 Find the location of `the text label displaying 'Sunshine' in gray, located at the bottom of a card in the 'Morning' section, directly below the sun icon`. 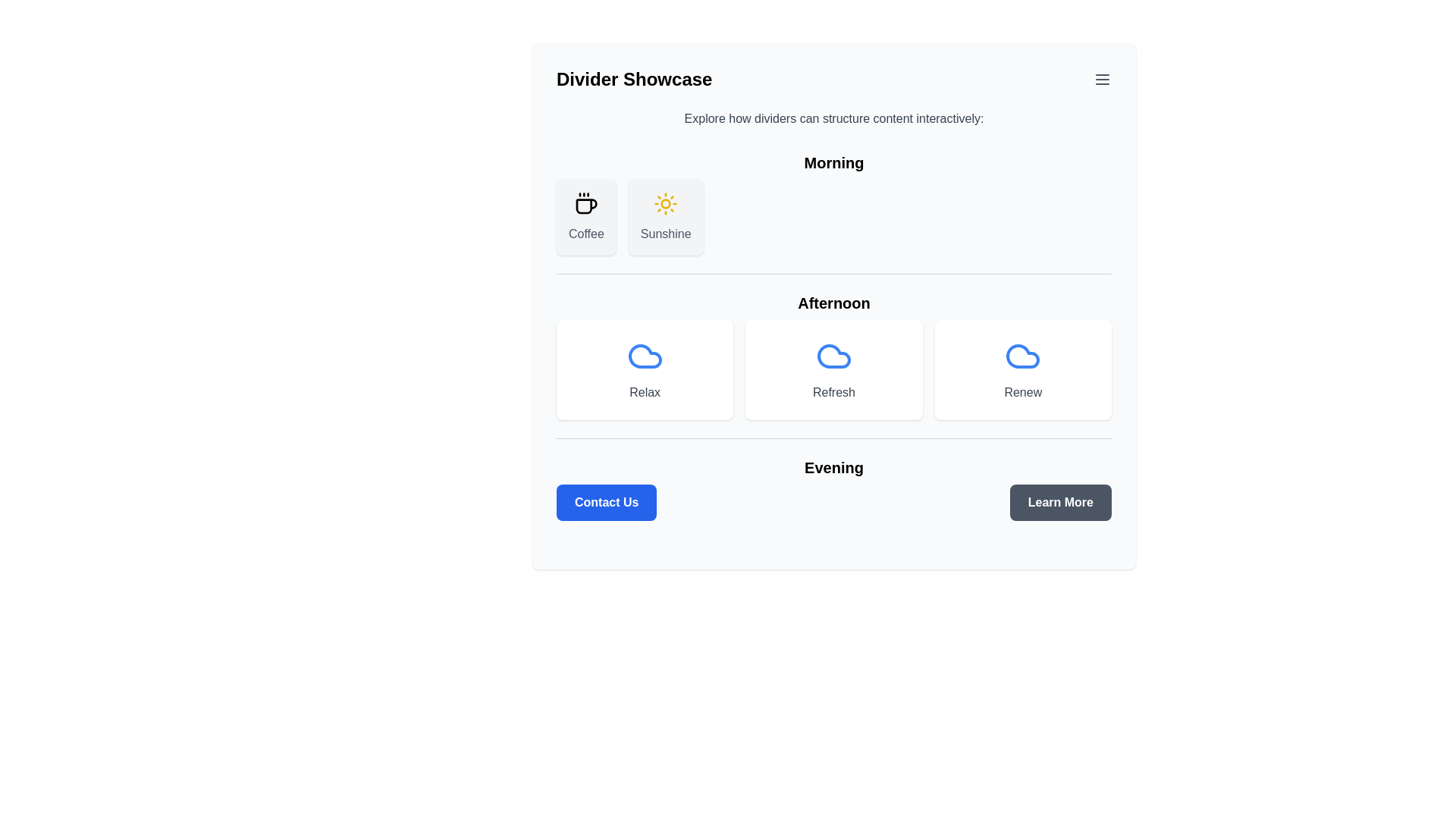

the text label displaying 'Sunshine' in gray, located at the bottom of a card in the 'Morning' section, directly below the sun icon is located at coordinates (666, 234).